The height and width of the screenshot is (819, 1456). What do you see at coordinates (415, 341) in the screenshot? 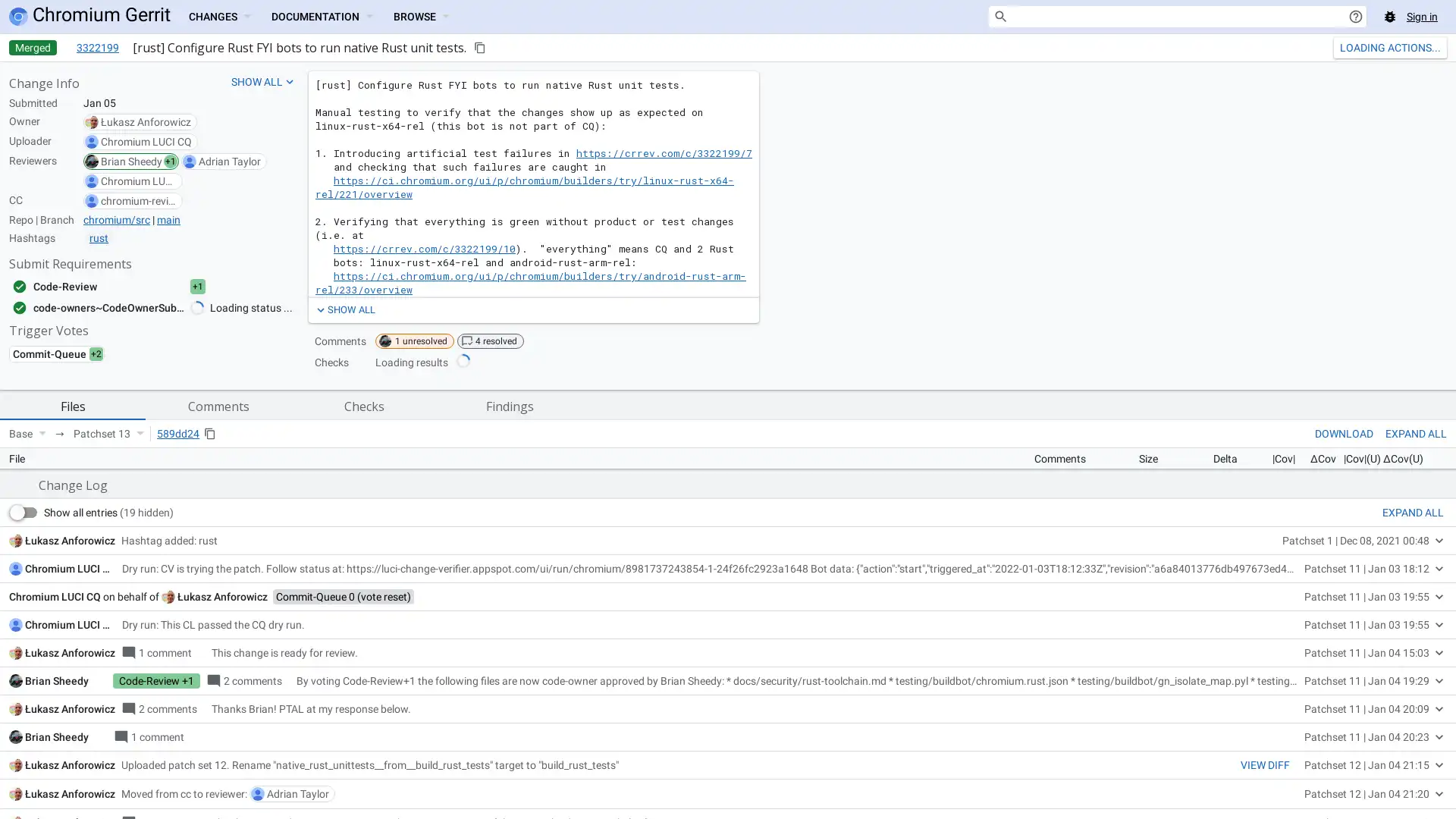
I see `1 unresolved` at bounding box center [415, 341].